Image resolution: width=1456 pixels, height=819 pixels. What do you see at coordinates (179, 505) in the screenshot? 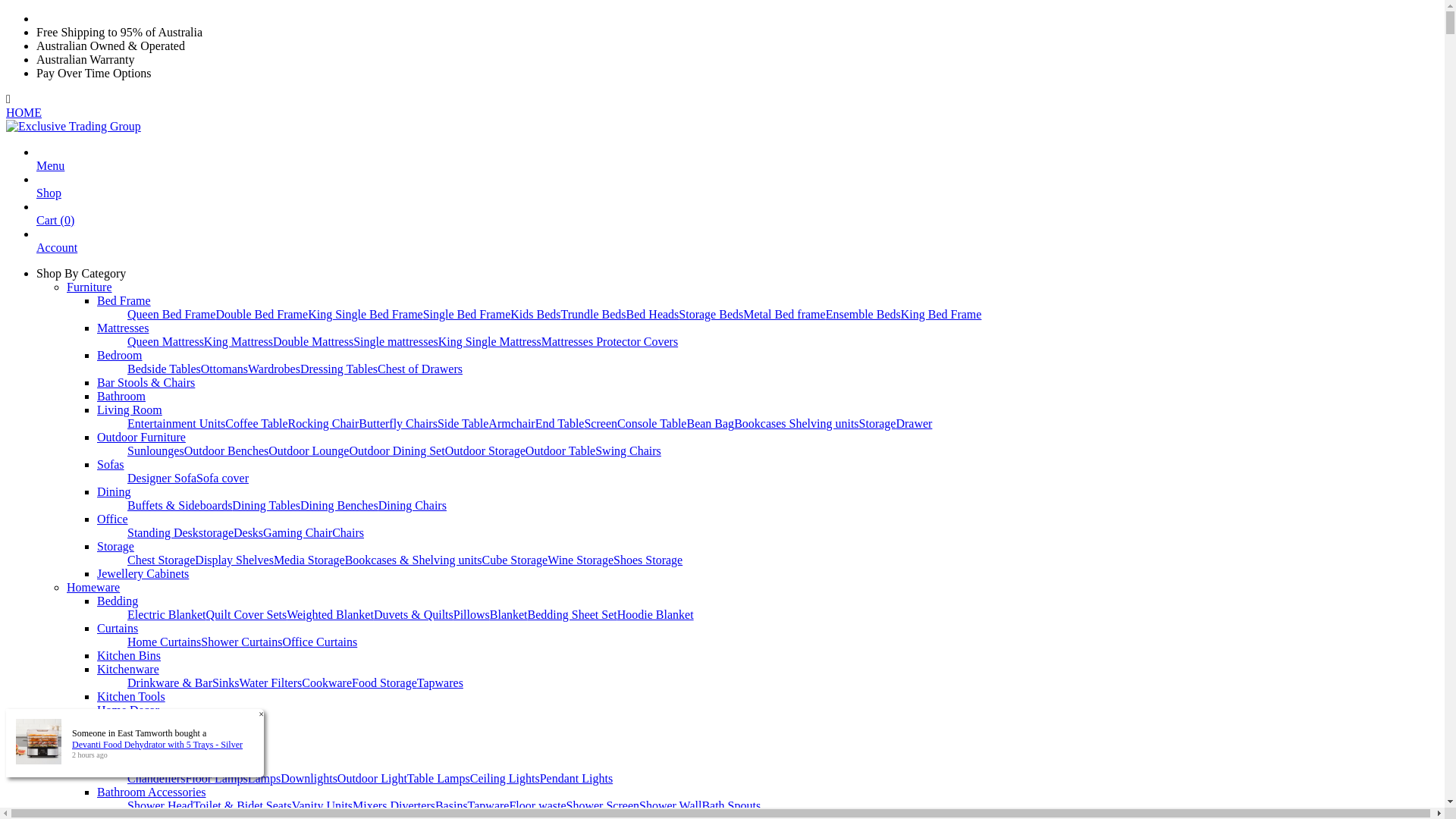
I see `'Buffets & Sideboards'` at bounding box center [179, 505].